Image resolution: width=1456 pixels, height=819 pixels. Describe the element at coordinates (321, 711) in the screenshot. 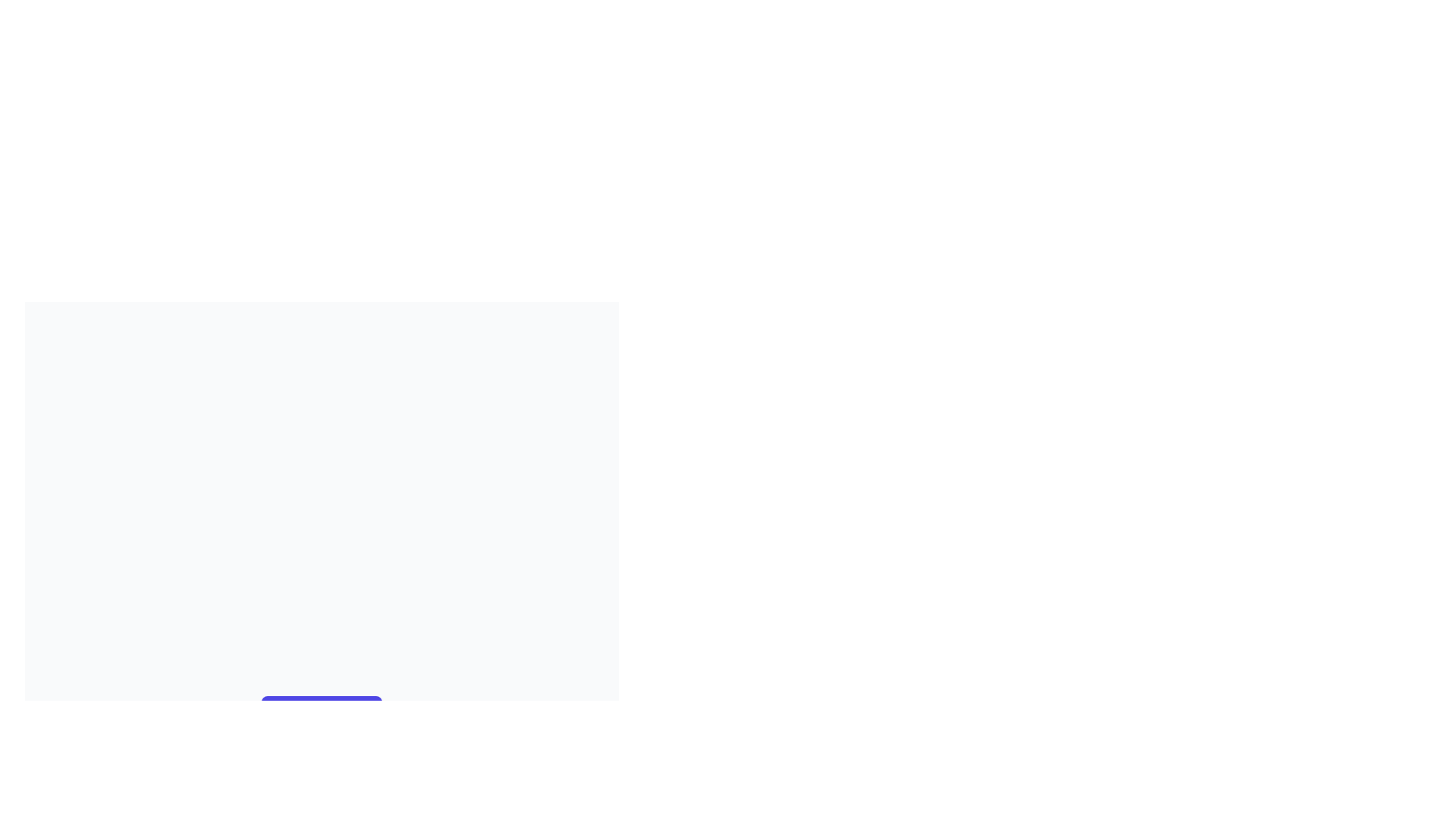

I see `the 'Explore Menu' button` at that location.